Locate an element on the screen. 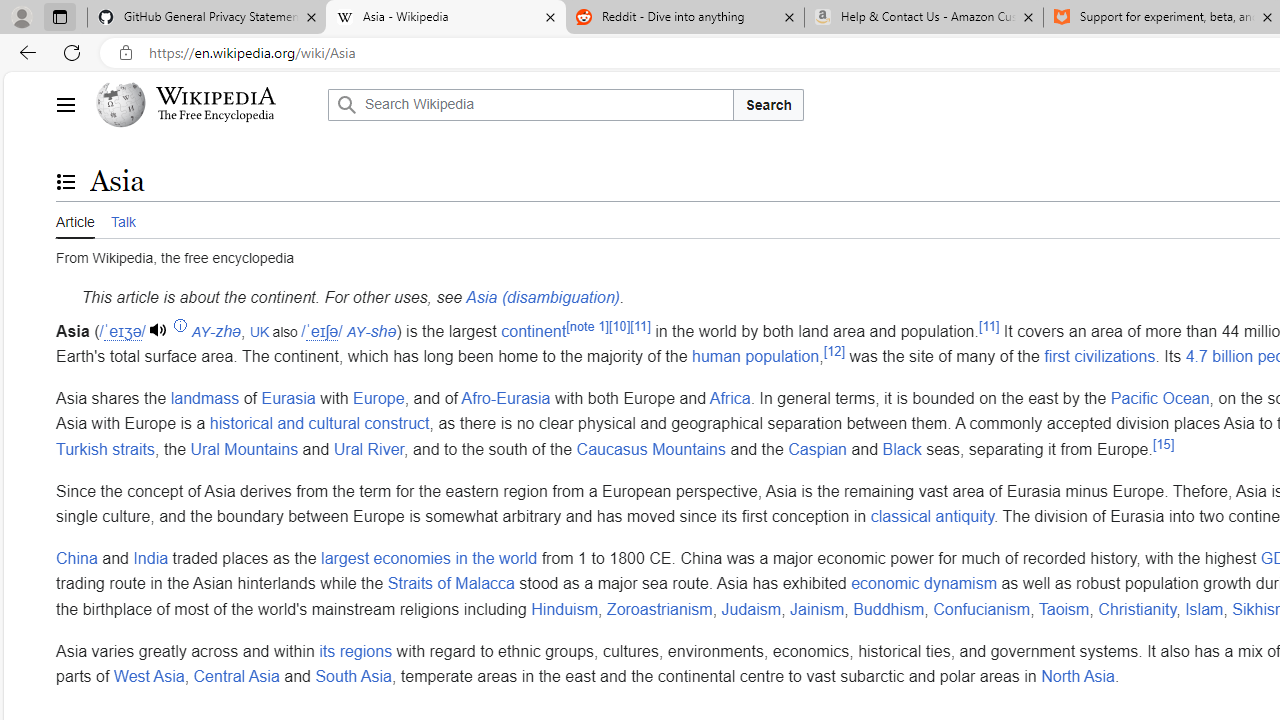 The width and height of the screenshot is (1280, 720). 'Reddit - Dive into anything' is located at coordinates (684, 17).